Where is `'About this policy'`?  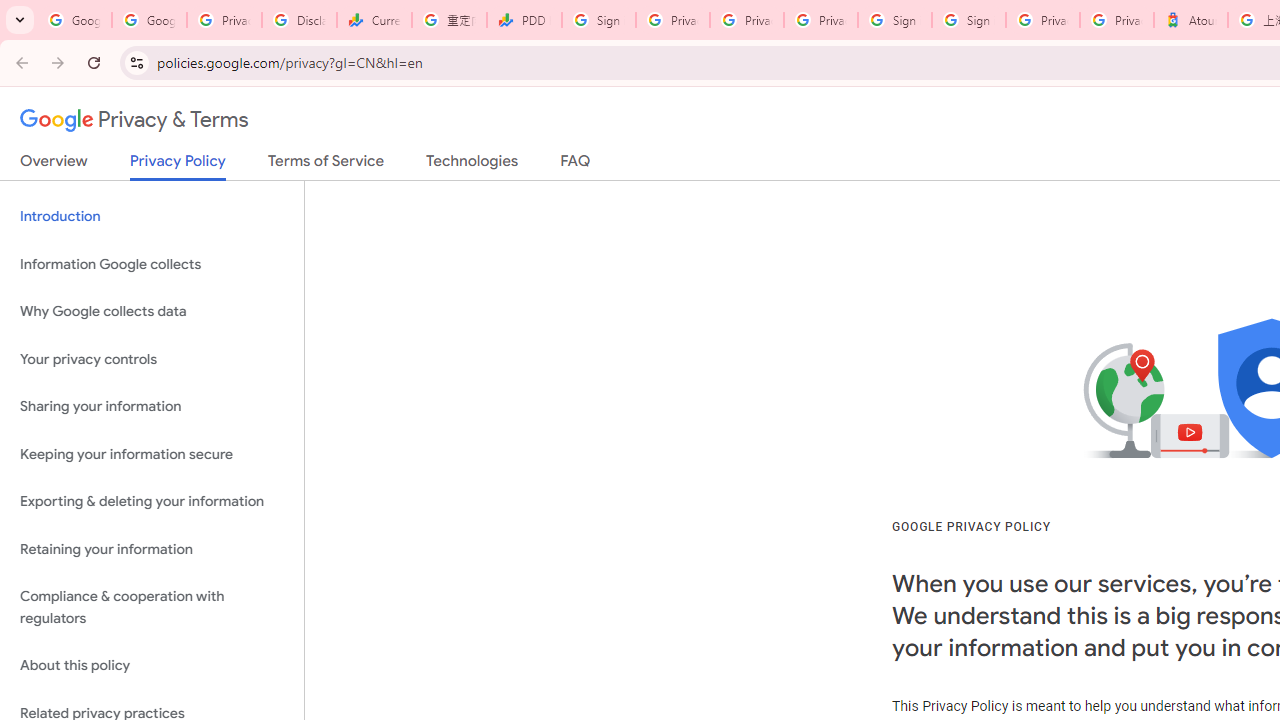
'About this policy' is located at coordinates (151, 666).